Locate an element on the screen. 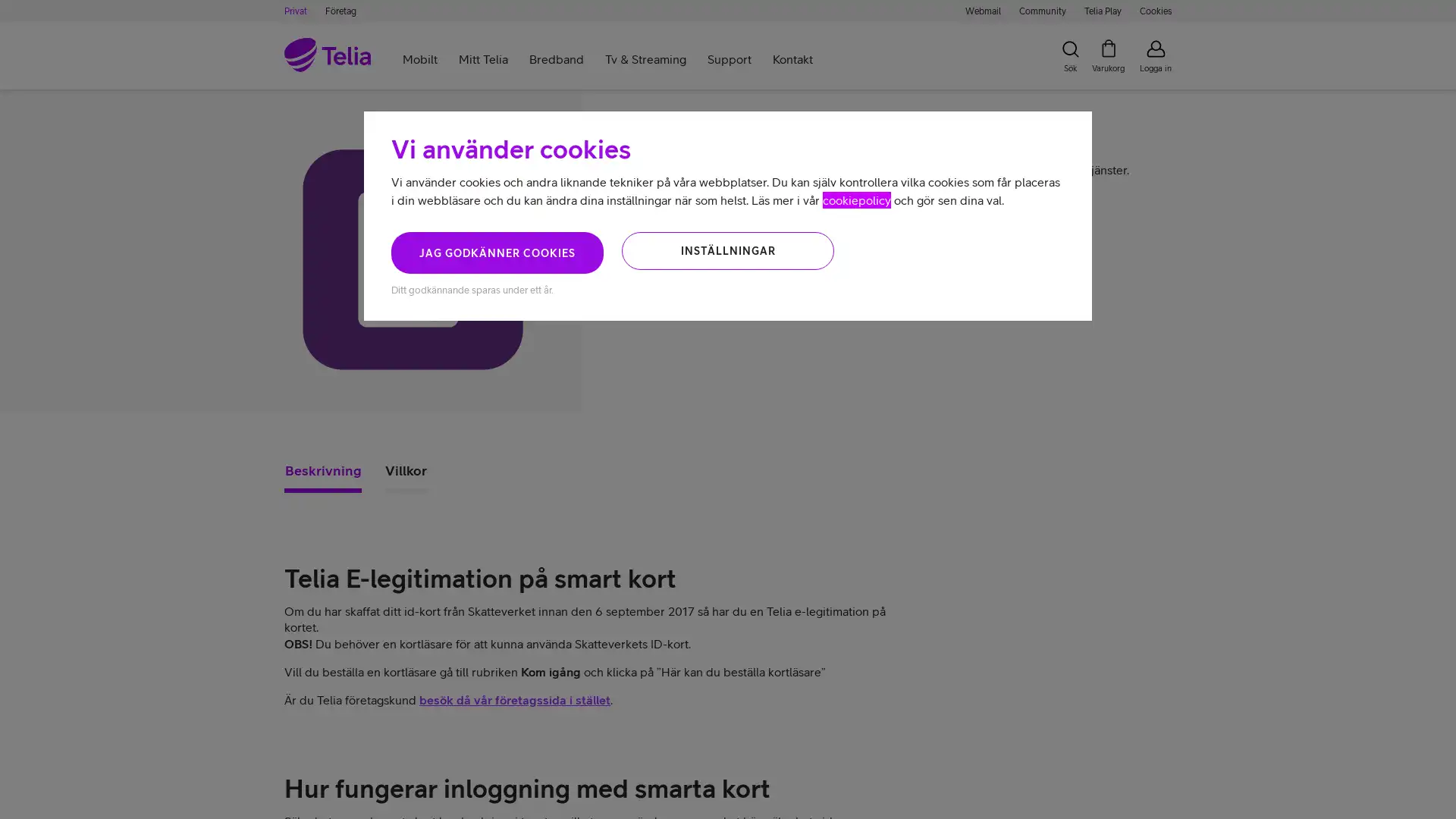  JAG GODKANNER COOKIES is located at coordinates (497, 252).